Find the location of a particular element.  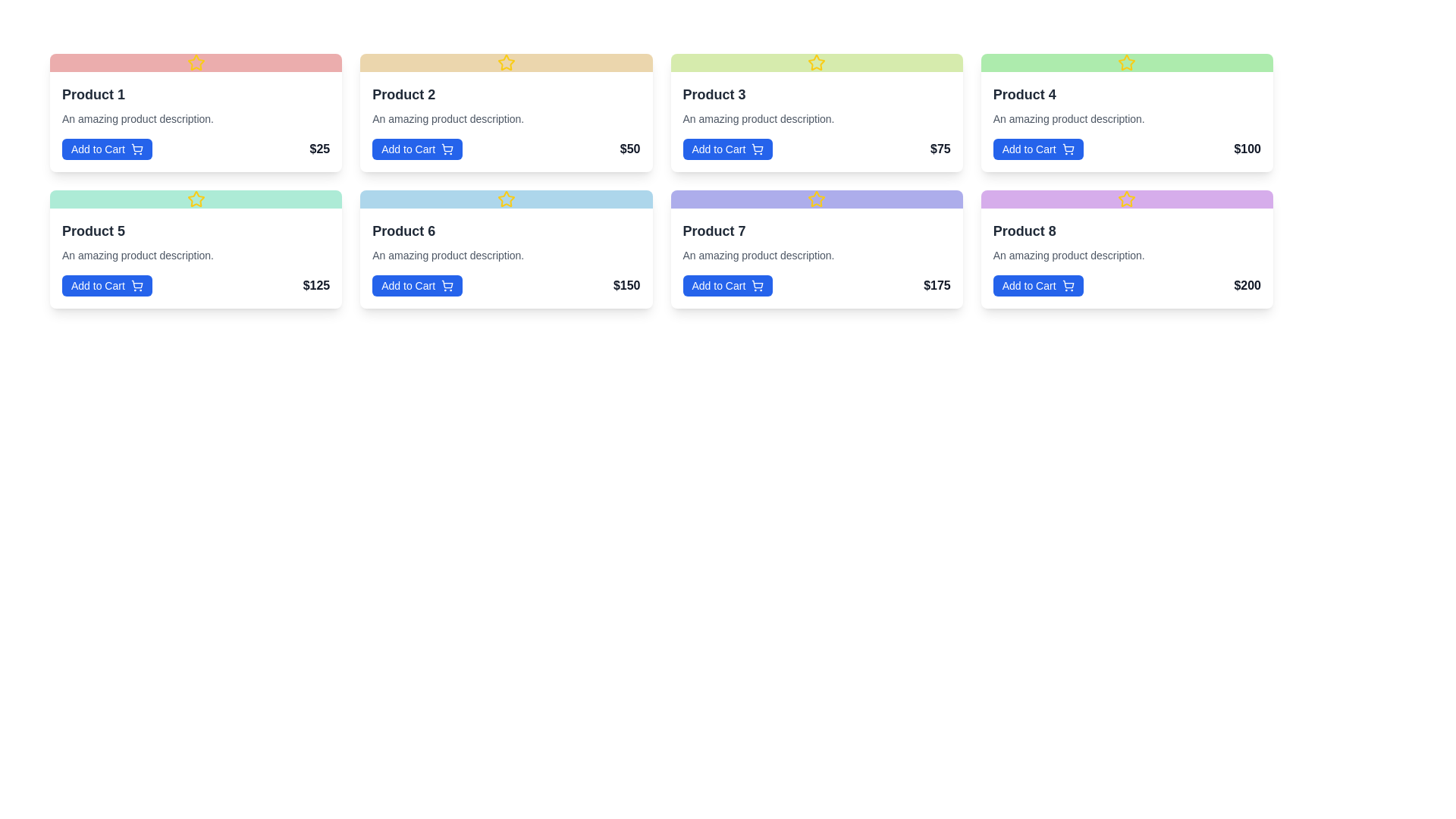

the yellow star icon indicating 'Product 2' located in the header section above the product's descriptive text and price is located at coordinates (506, 61).